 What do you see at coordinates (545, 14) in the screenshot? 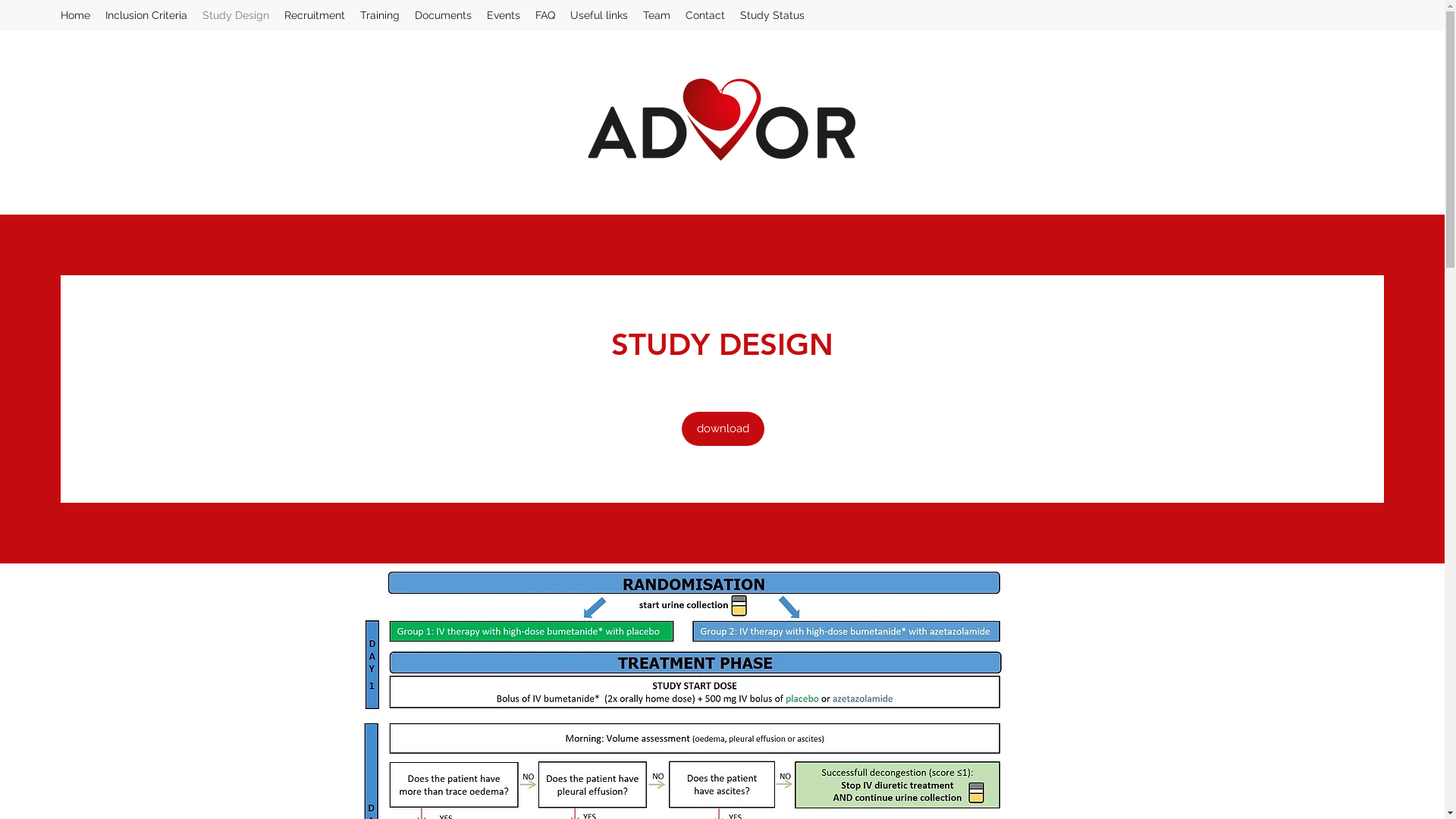
I see `'FAQ'` at bounding box center [545, 14].